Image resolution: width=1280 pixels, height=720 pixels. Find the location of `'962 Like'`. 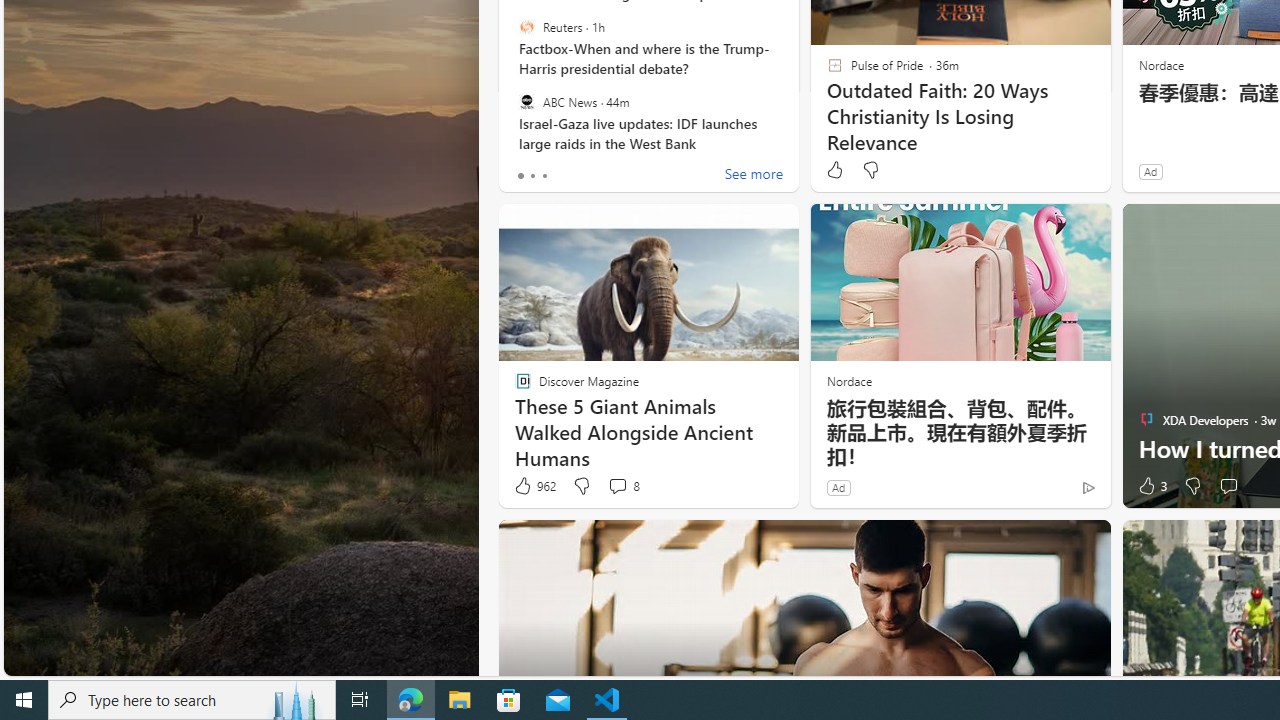

'962 Like' is located at coordinates (534, 486).